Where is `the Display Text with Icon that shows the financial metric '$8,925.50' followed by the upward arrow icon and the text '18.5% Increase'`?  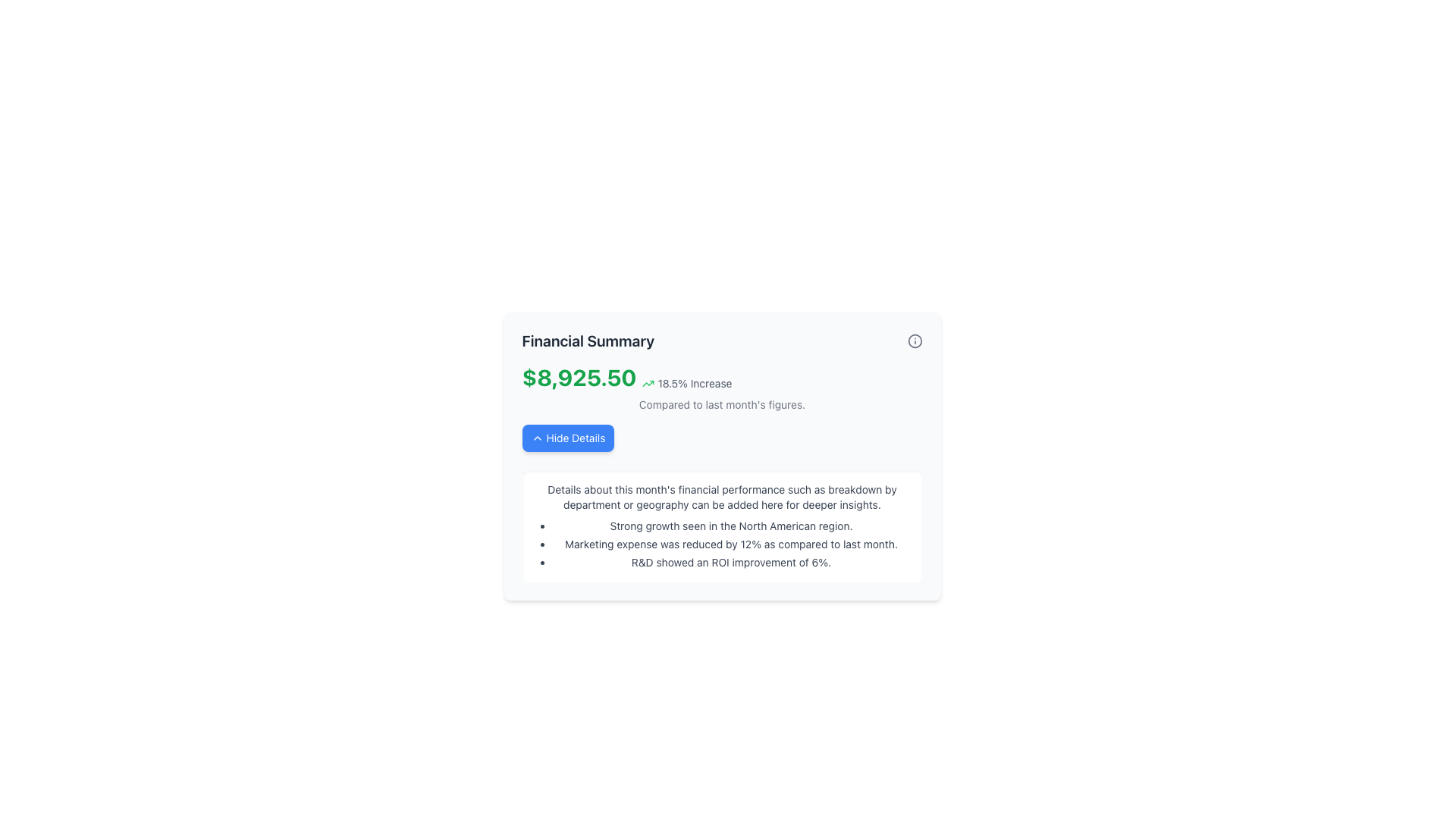 the Display Text with Icon that shows the financial metric '$8,925.50' followed by the upward arrow icon and the text '18.5% Increase' is located at coordinates (721, 376).